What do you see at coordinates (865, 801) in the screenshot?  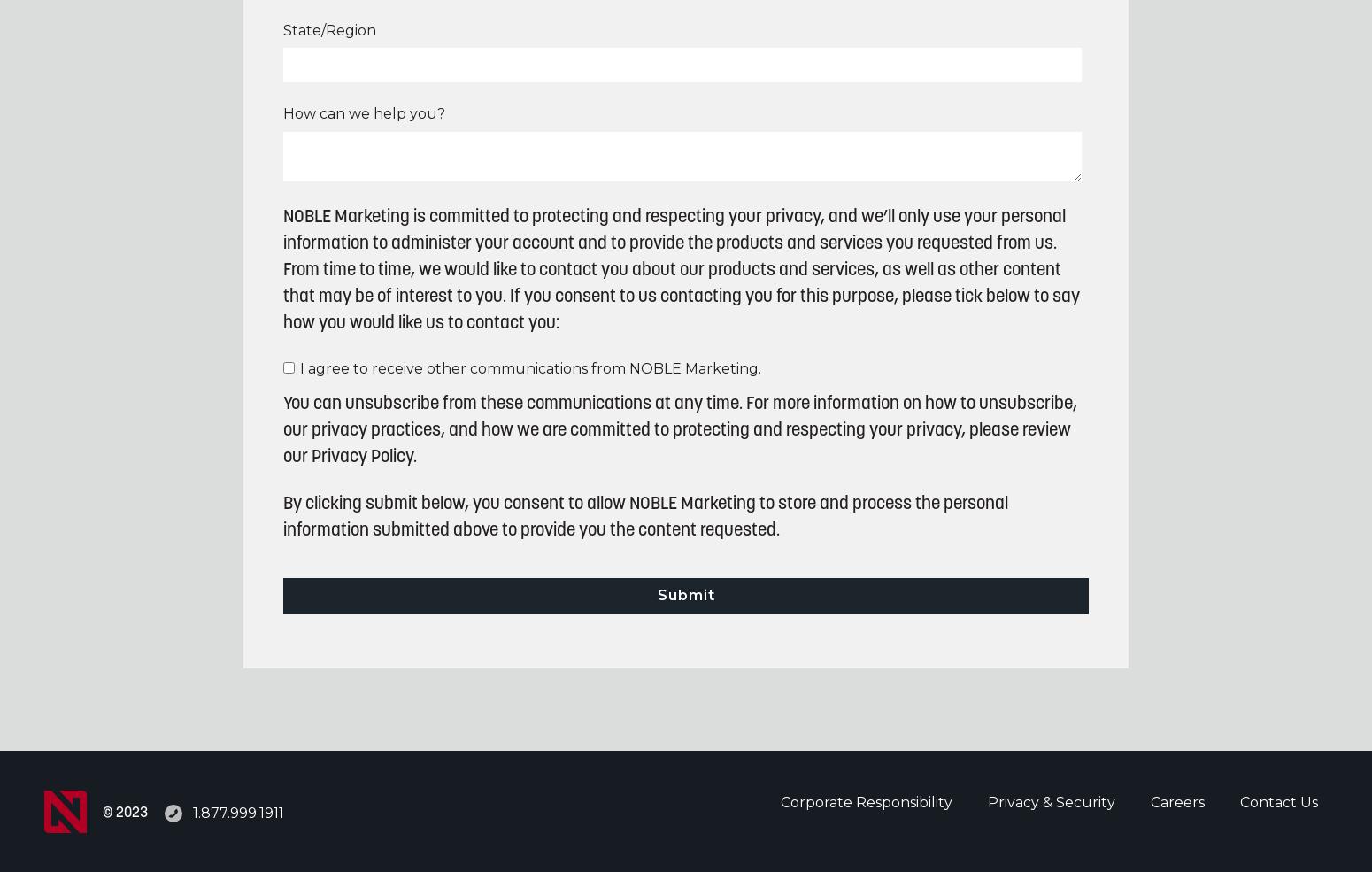 I see `'Corporate Responsibility'` at bounding box center [865, 801].